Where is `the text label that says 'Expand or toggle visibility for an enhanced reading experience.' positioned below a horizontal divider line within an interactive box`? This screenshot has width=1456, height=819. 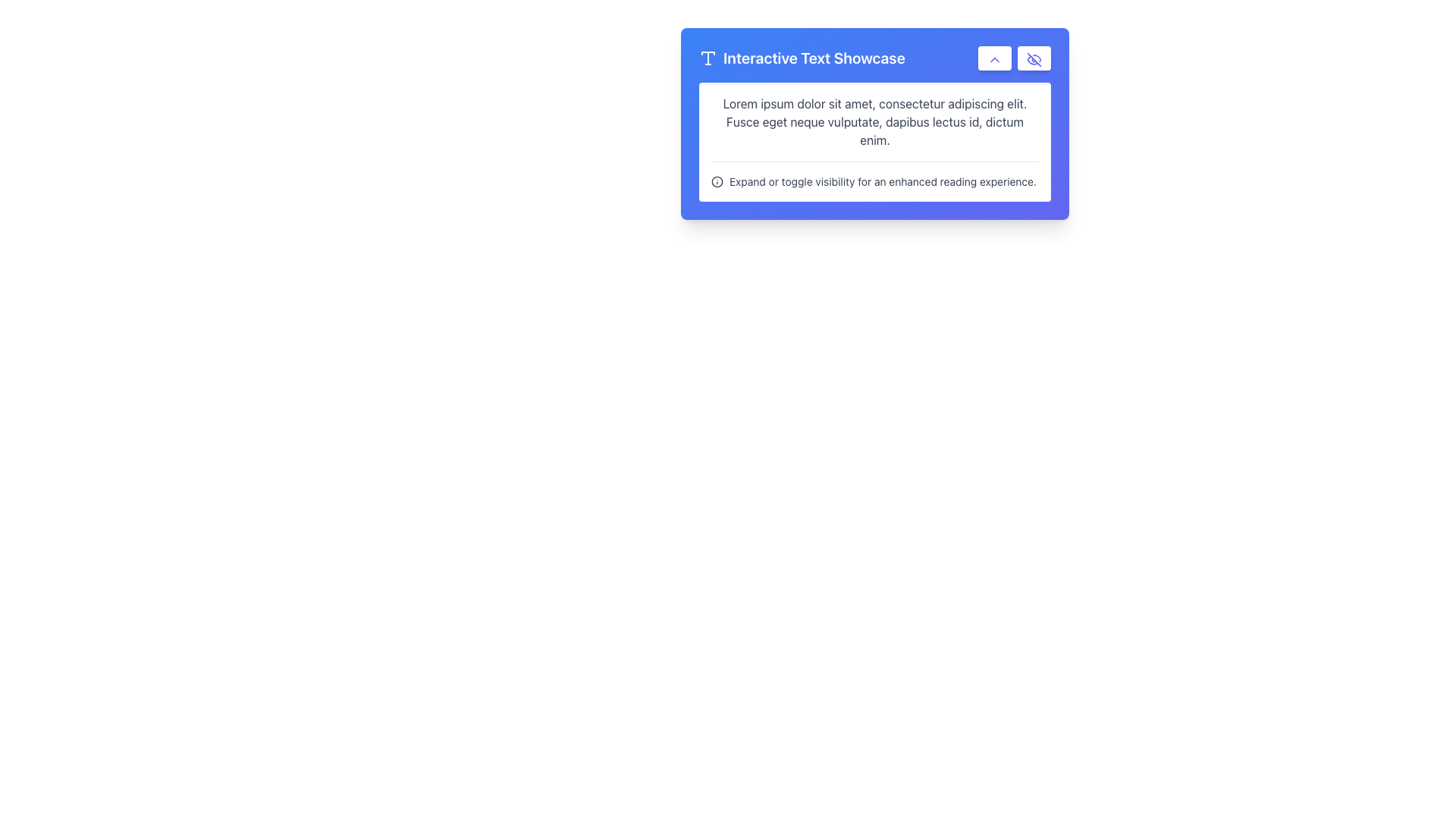
the text label that says 'Expand or toggle visibility for an enhanced reading experience.' positioned below a horizontal divider line within an interactive box is located at coordinates (883, 180).